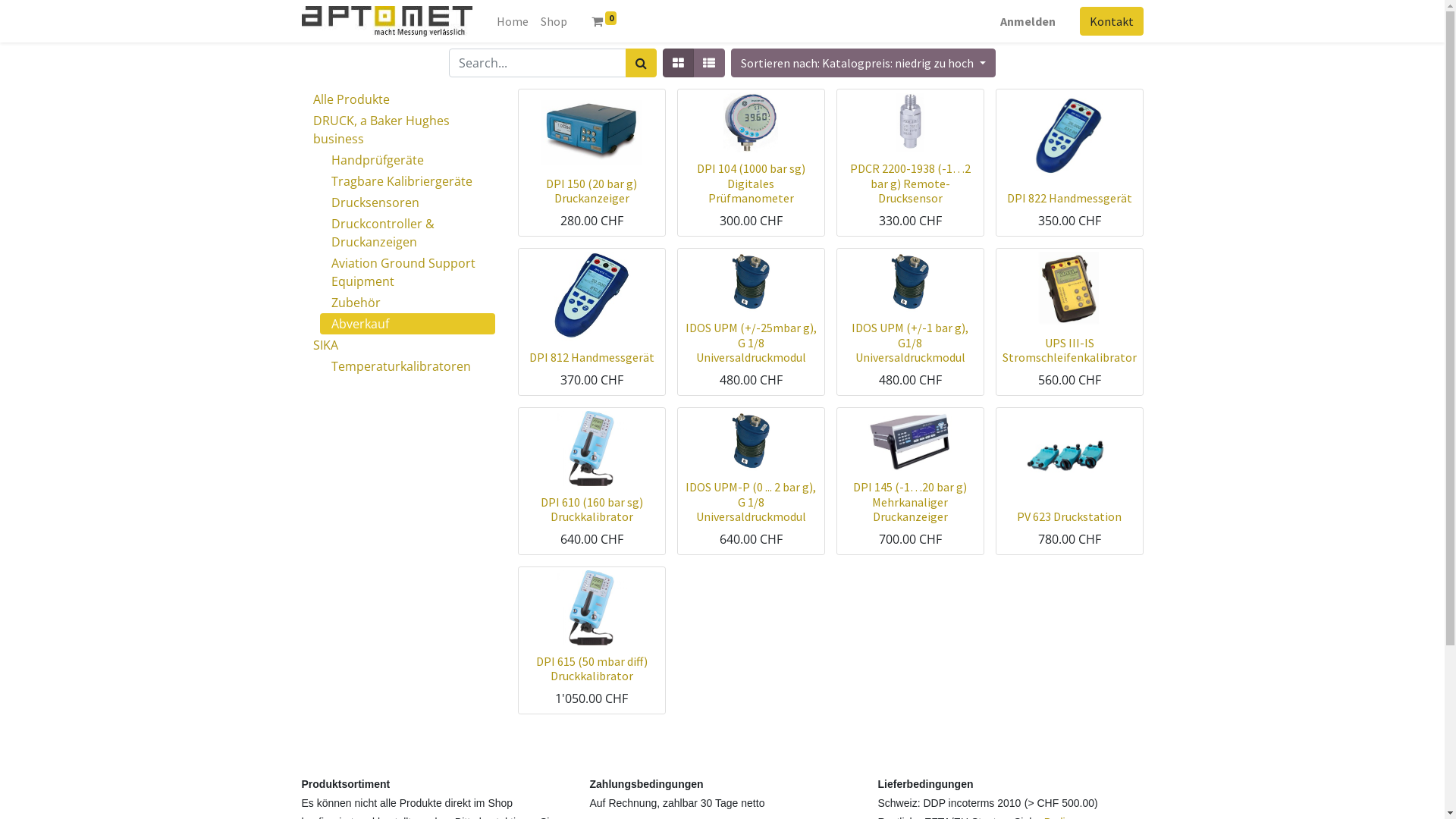 The width and height of the screenshot is (1456, 819). What do you see at coordinates (603, 20) in the screenshot?
I see `'0'` at bounding box center [603, 20].